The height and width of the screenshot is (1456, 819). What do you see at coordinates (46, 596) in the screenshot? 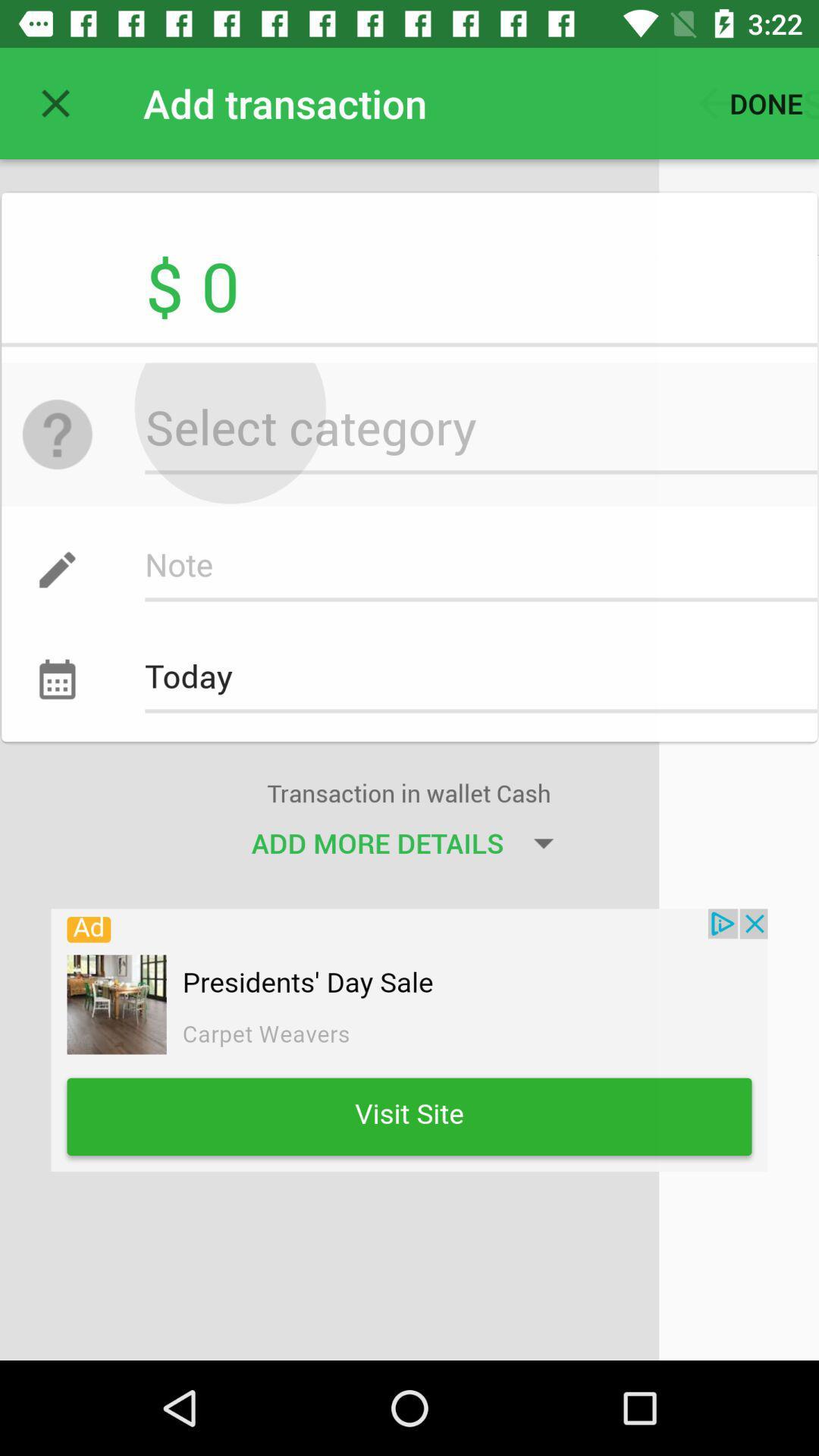
I see `the edit icon above the today icon` at bounding box center [46, 596].